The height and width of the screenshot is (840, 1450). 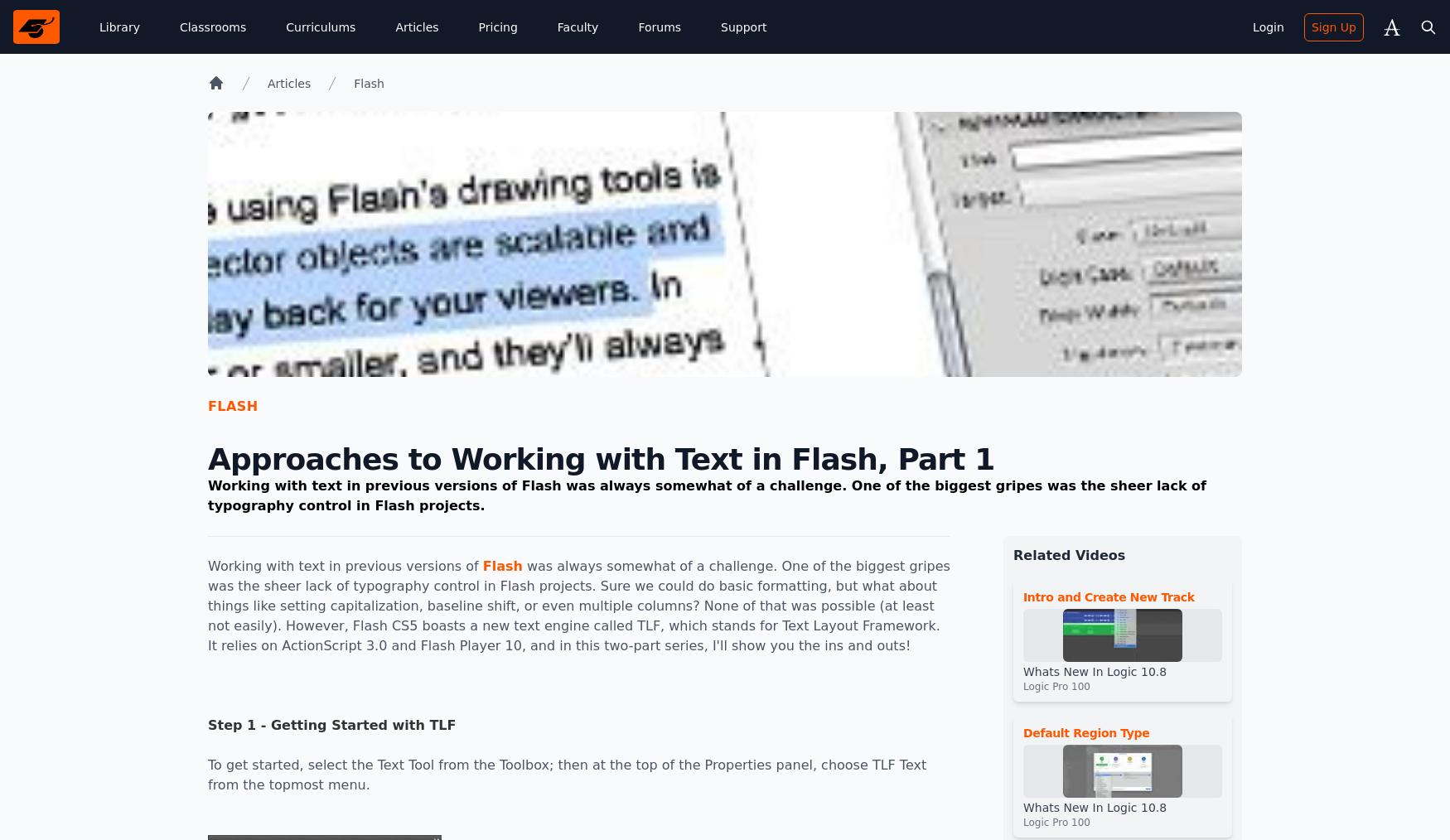 What do you see at coordinates (344, 565) in the screenshot?
I see `'Working with text in previous versions of'` at bounding box center [344, 565].